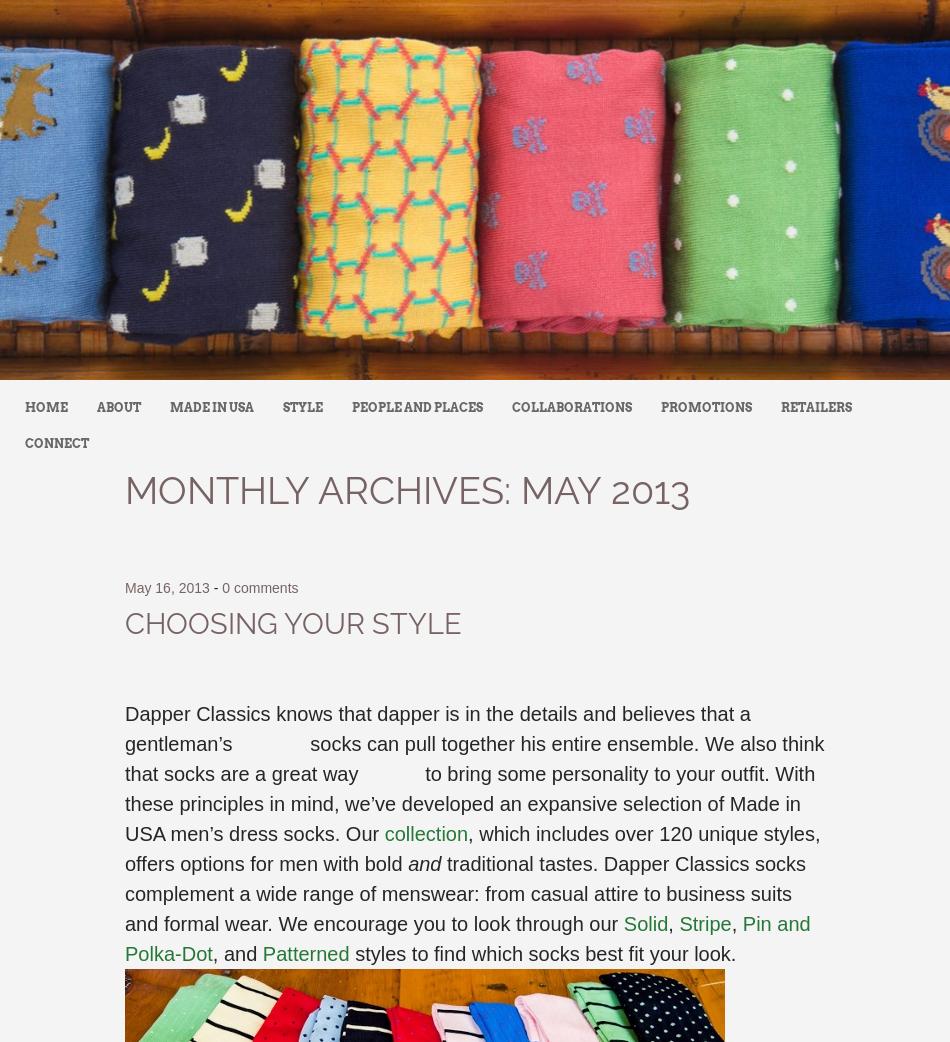 The width and height of the screenshot is (950, 1042). What do you see at coordinates (464, 893) in the screenshot?
I see `'traditional tastes. Dapper Classics socks complement a wide range of menswear: from casual attire to business suits and formal wear. We encourage you to look through our'` at bounding box center [464, 893].